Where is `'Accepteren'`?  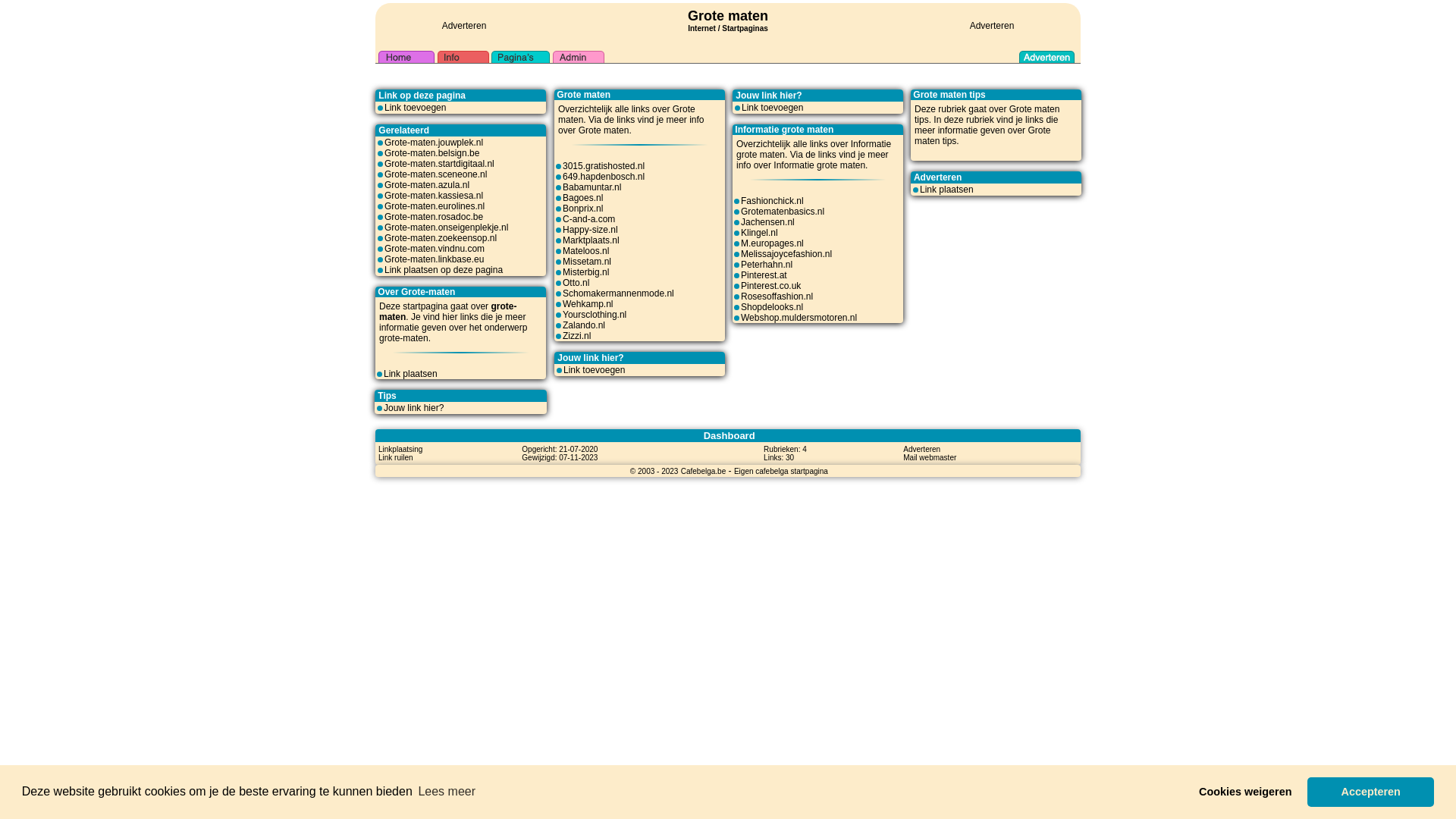
'Accepteren' is located at coordinates (1370, 791).